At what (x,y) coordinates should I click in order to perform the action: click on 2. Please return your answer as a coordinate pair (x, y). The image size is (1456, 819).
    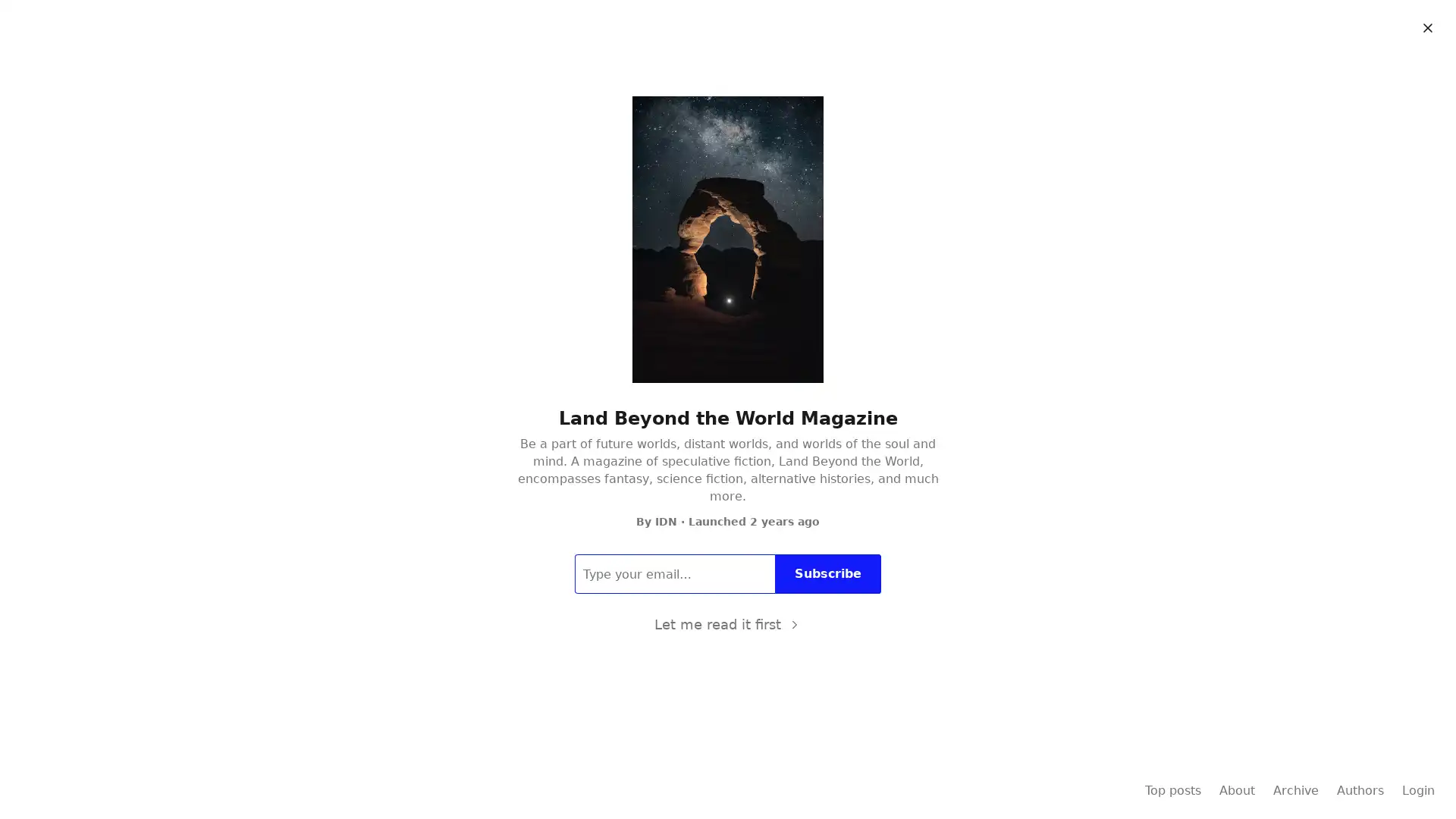
    Looking at the image, I should click on (529, 334).